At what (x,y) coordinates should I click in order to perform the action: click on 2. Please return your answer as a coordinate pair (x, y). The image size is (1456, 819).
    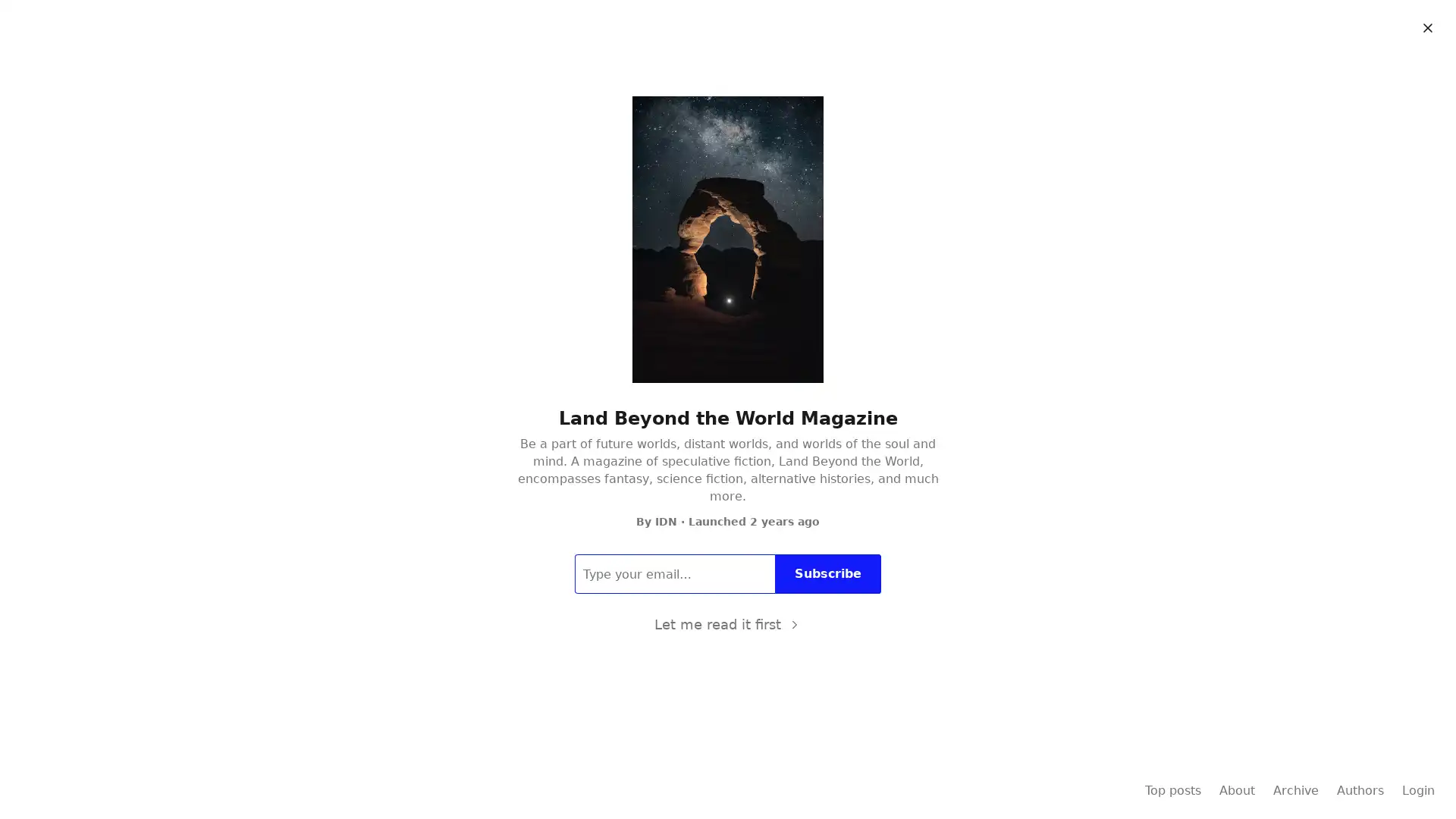
    Looking at the image, I should click on (529, 334).